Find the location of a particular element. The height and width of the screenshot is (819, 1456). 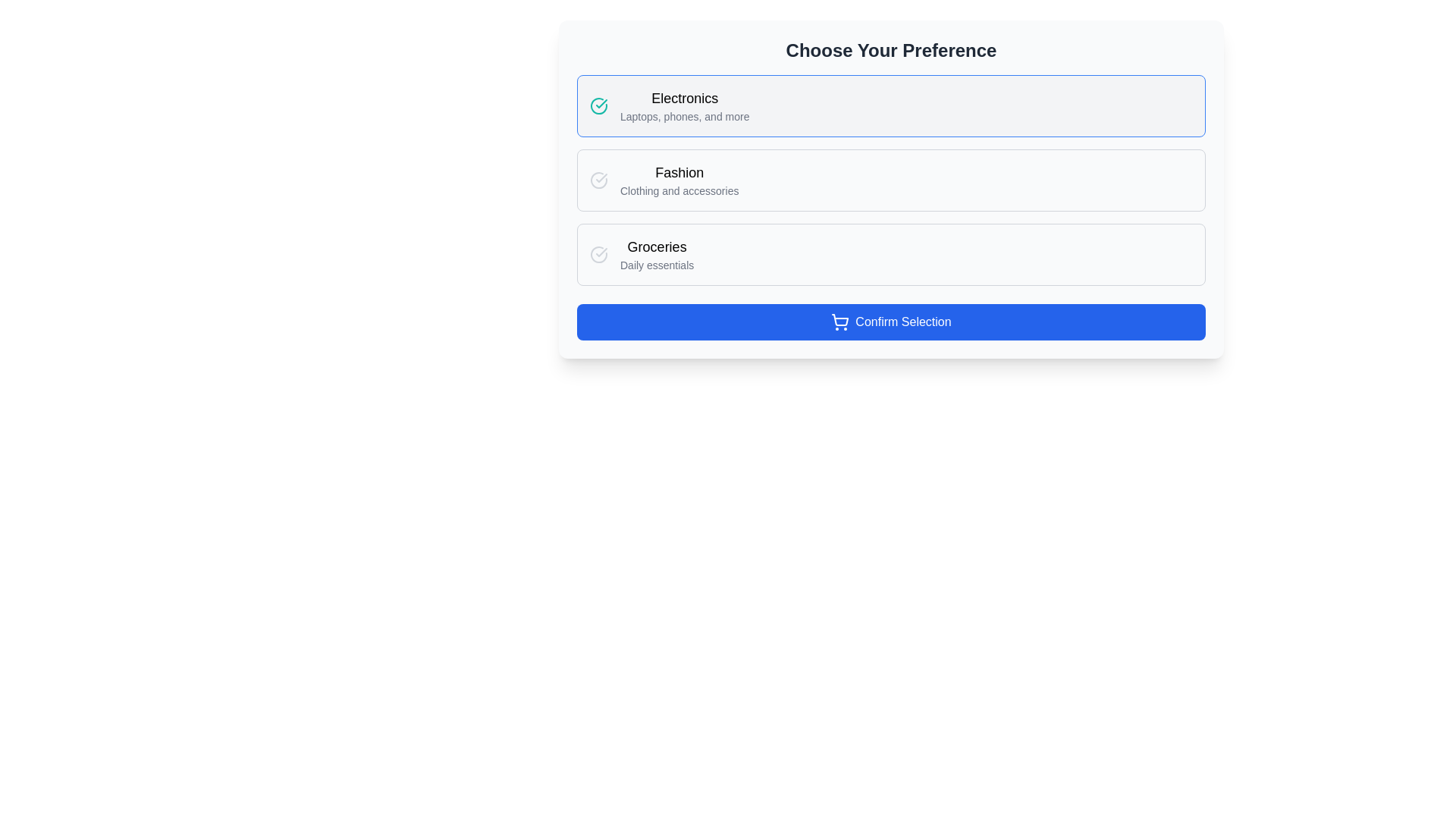

the light gray circle icon with a checkmark inside it, located in the 'Groceries' option row near the left-hand side beside the text labels is located at coordinates (598, 253).